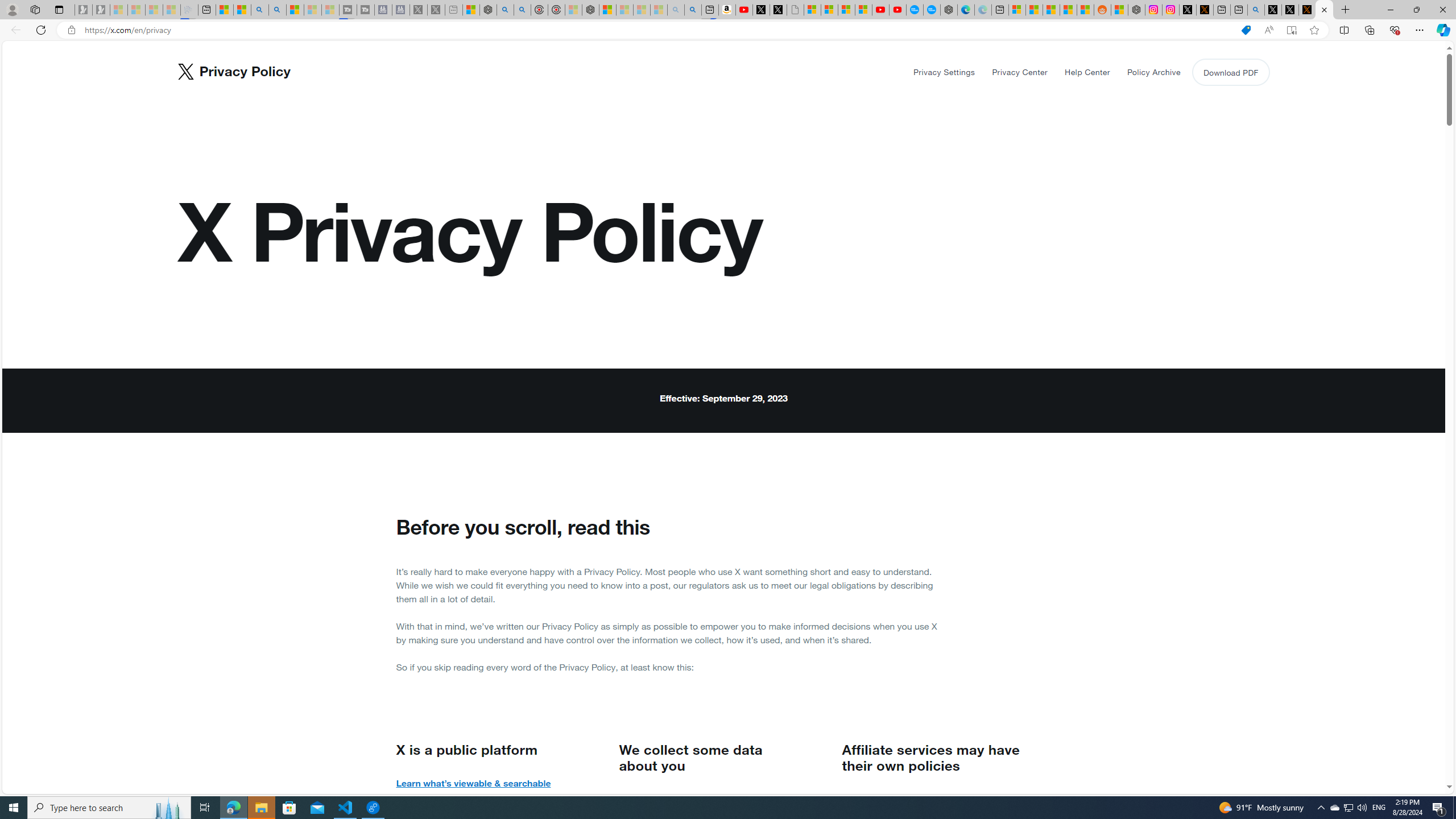  What do you see at coordinates (897, 9) in the screenshot?
I see `'YouTube Kids - An App Created for Kids to Explore Content'` at bounding box center [897, 9].